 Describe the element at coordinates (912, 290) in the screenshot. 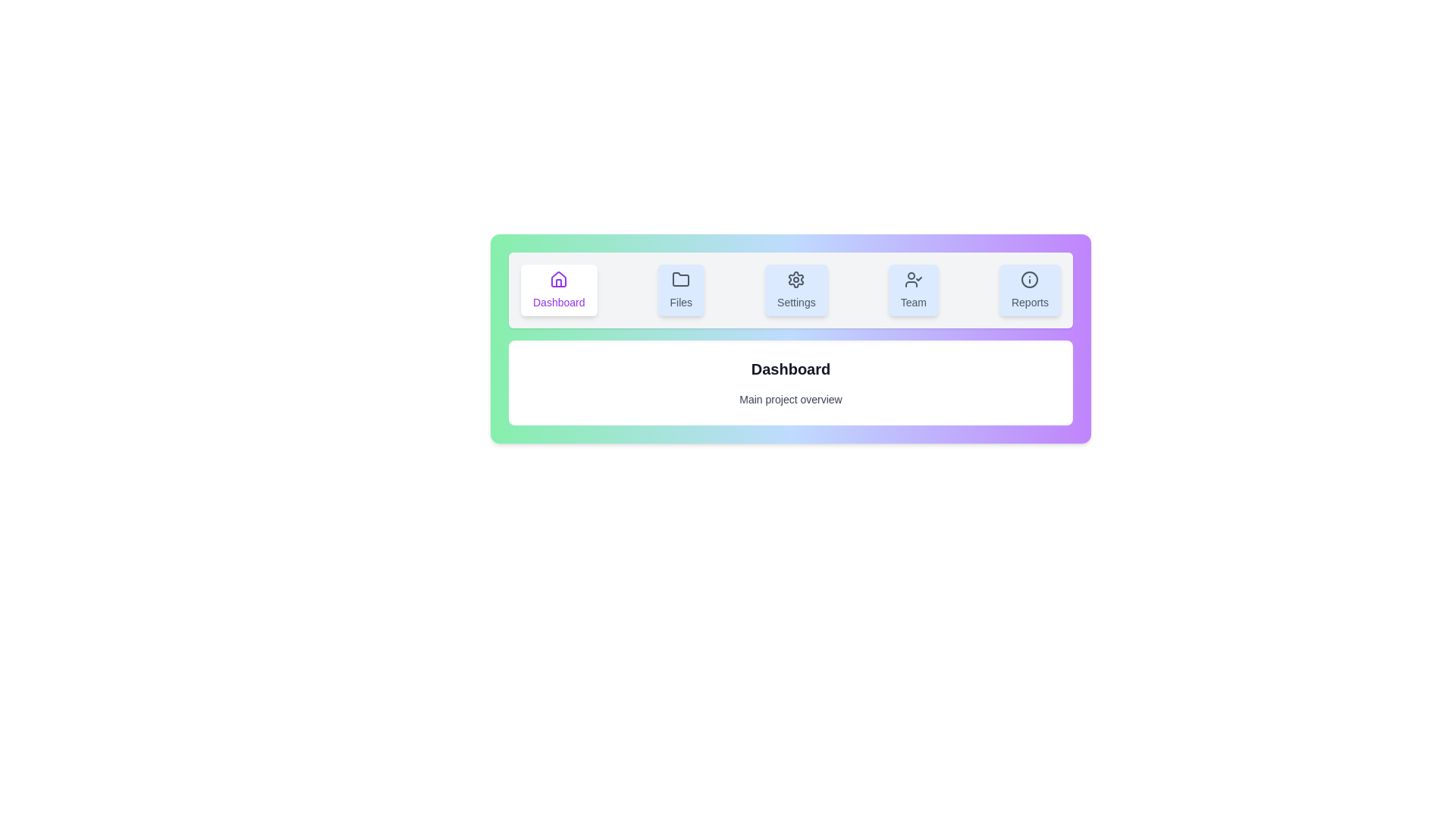

I see `the tab labeled Team to observe the visual feedback` at that location.